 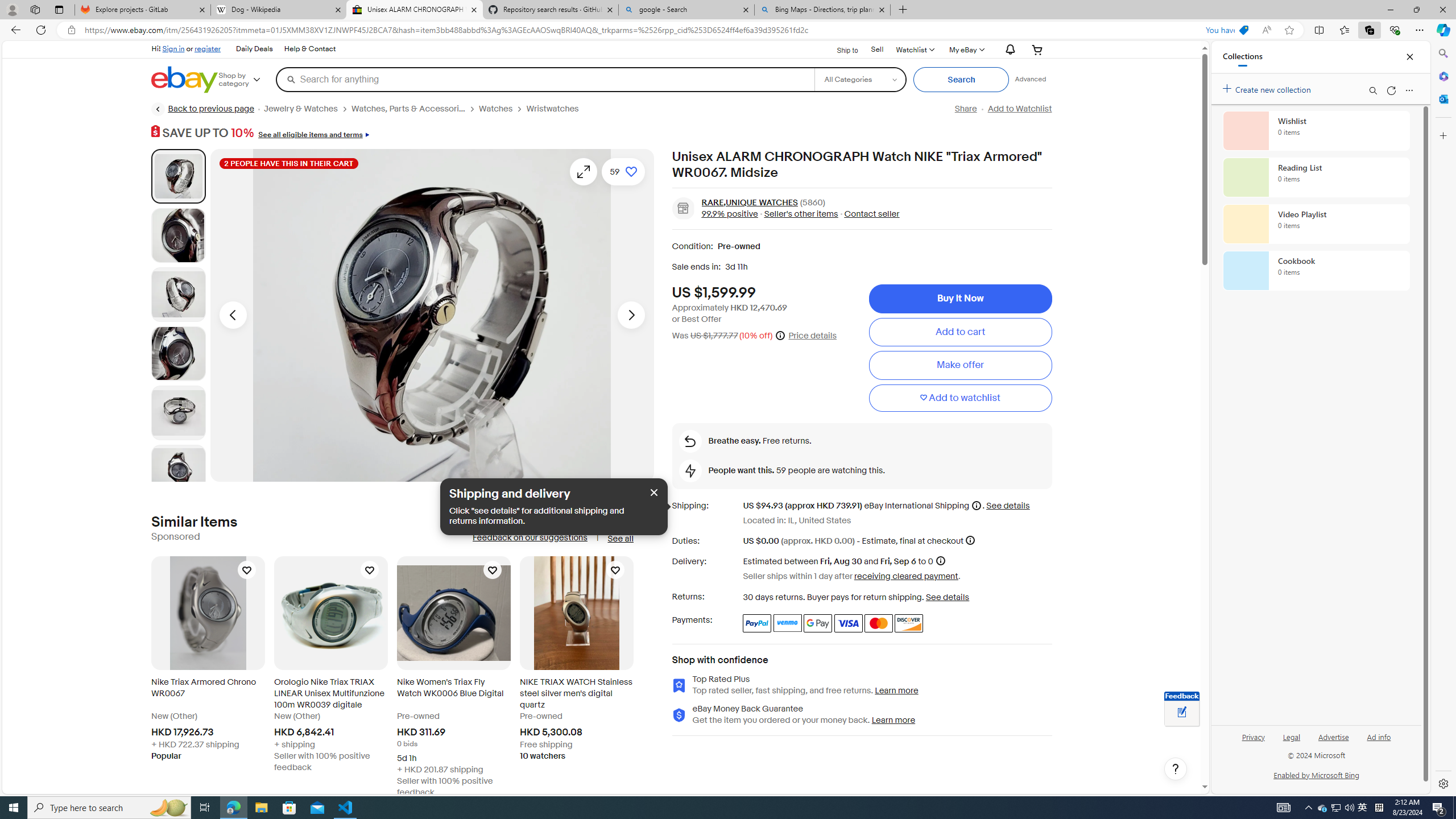 I want to click on 'Contact seller', so click(x=871, y=213).